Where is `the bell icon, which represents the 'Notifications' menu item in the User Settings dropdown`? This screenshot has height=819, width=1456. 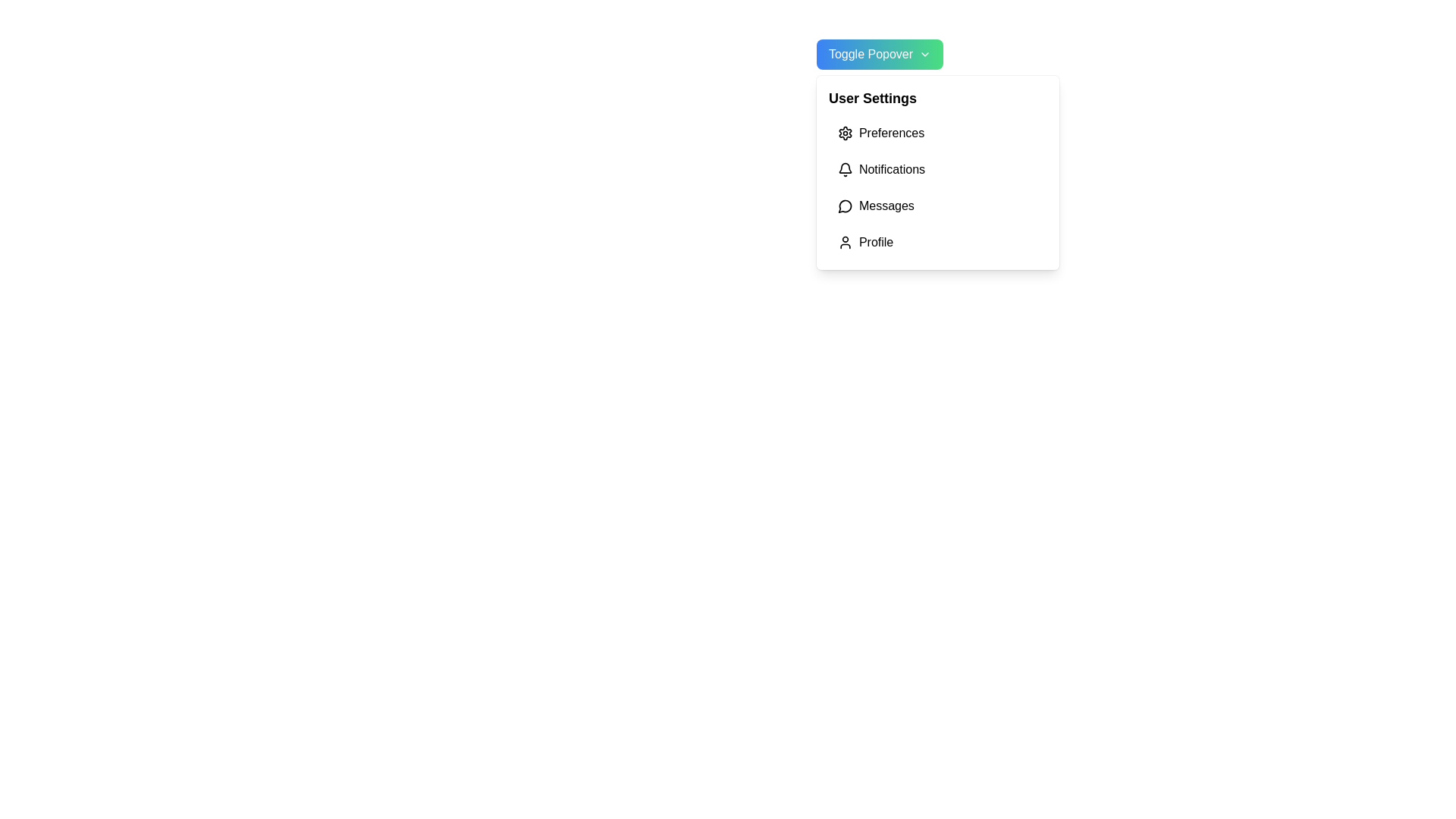
the bell icon, which represents the 'Notifications' menu item in the User Settings dropdown is located at coordinates (844, 169).